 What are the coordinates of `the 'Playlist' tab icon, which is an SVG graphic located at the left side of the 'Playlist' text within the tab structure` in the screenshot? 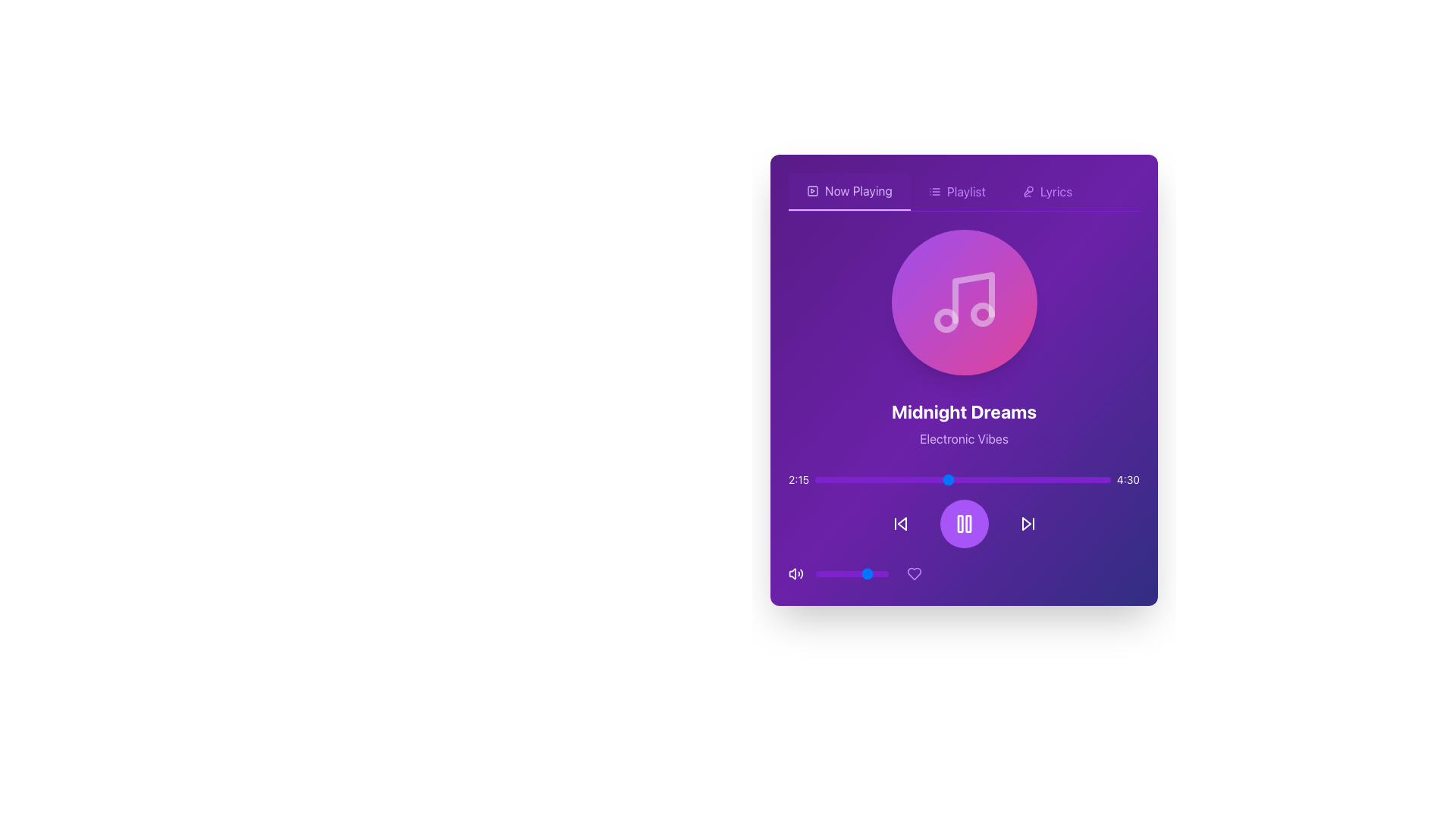 It's located at (934, 191).